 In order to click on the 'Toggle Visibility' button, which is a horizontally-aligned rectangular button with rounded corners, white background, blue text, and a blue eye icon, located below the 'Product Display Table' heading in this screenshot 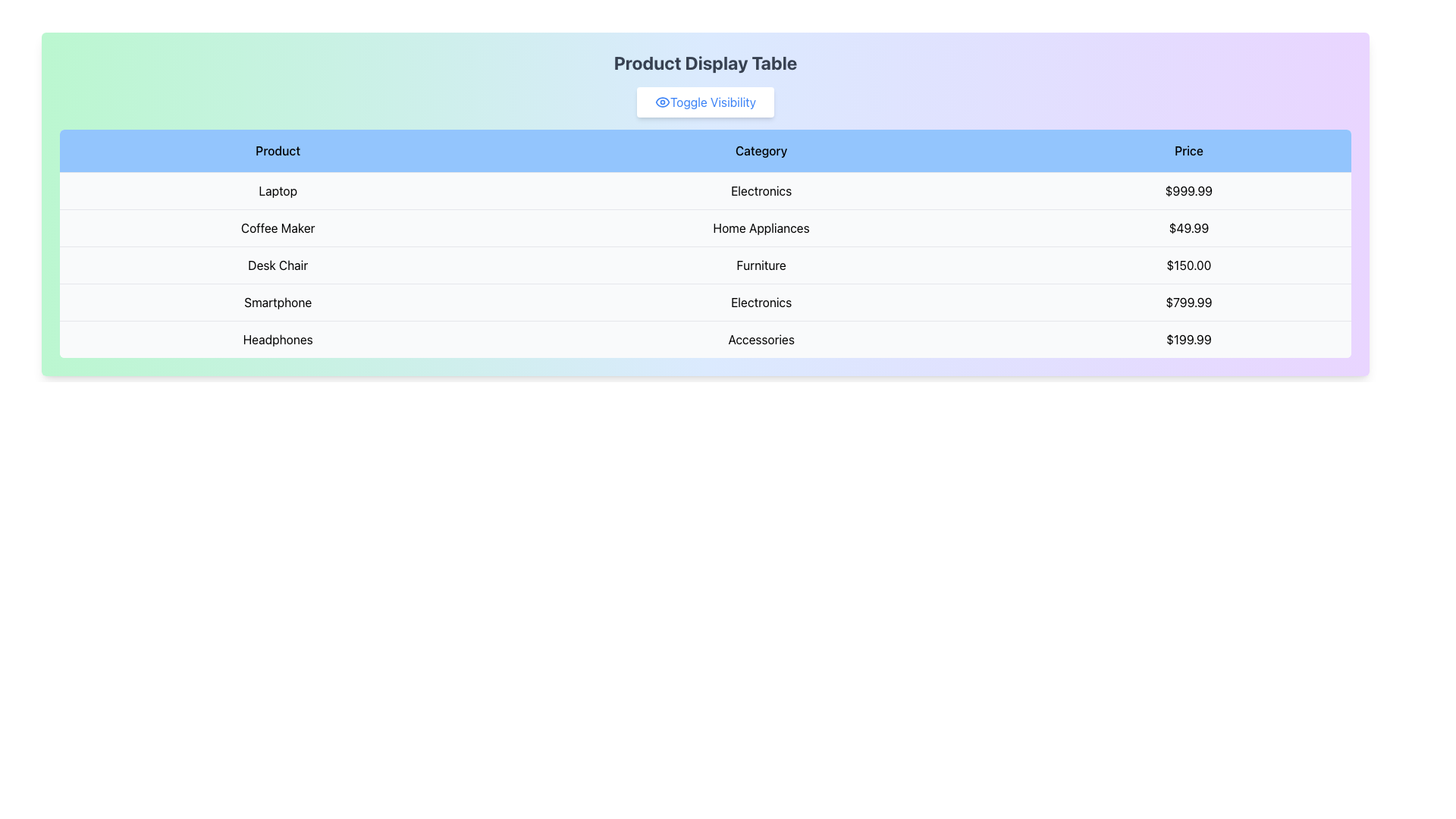, I will do `click(704, 102)`.